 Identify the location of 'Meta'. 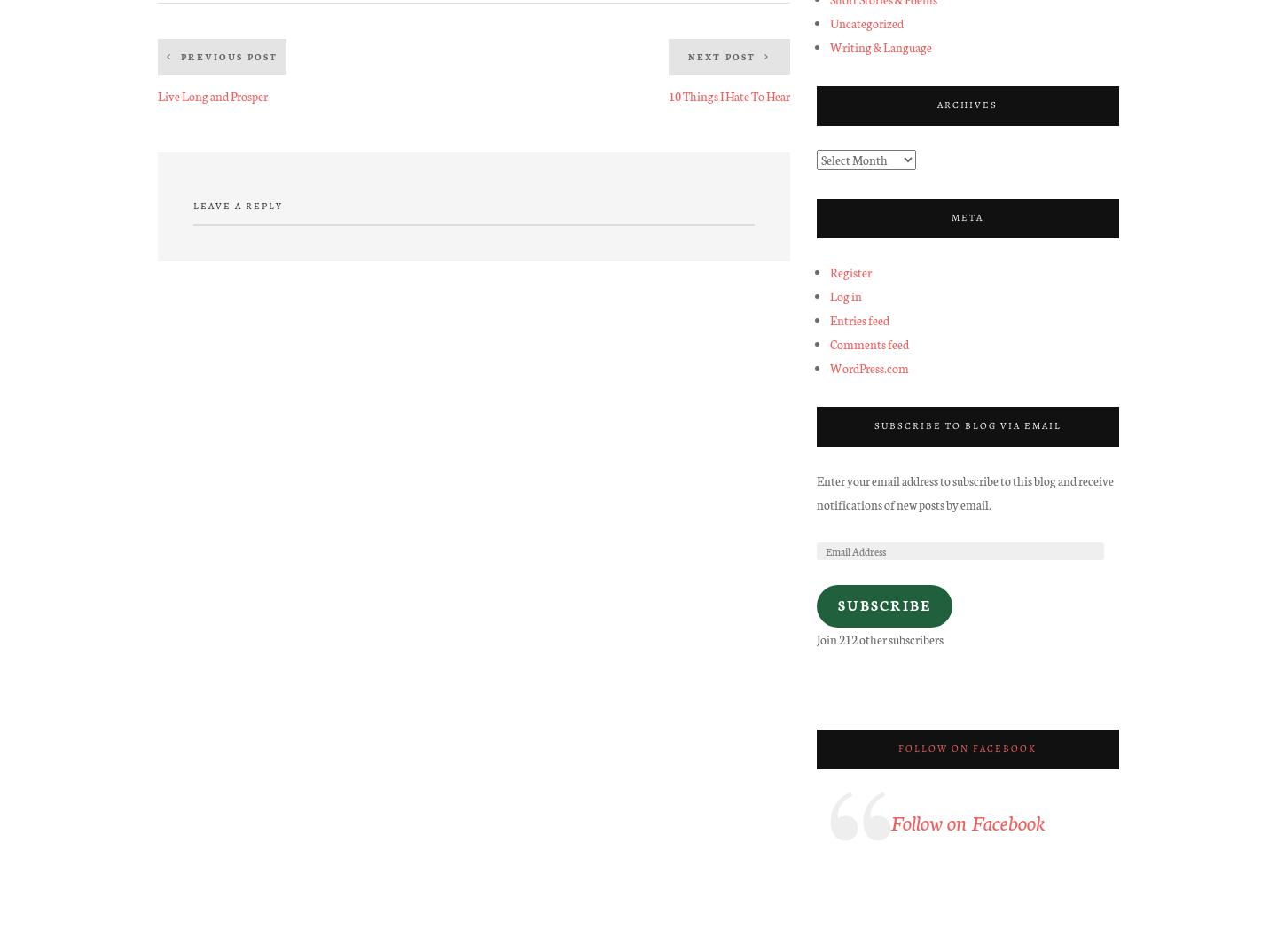
(966, 215).